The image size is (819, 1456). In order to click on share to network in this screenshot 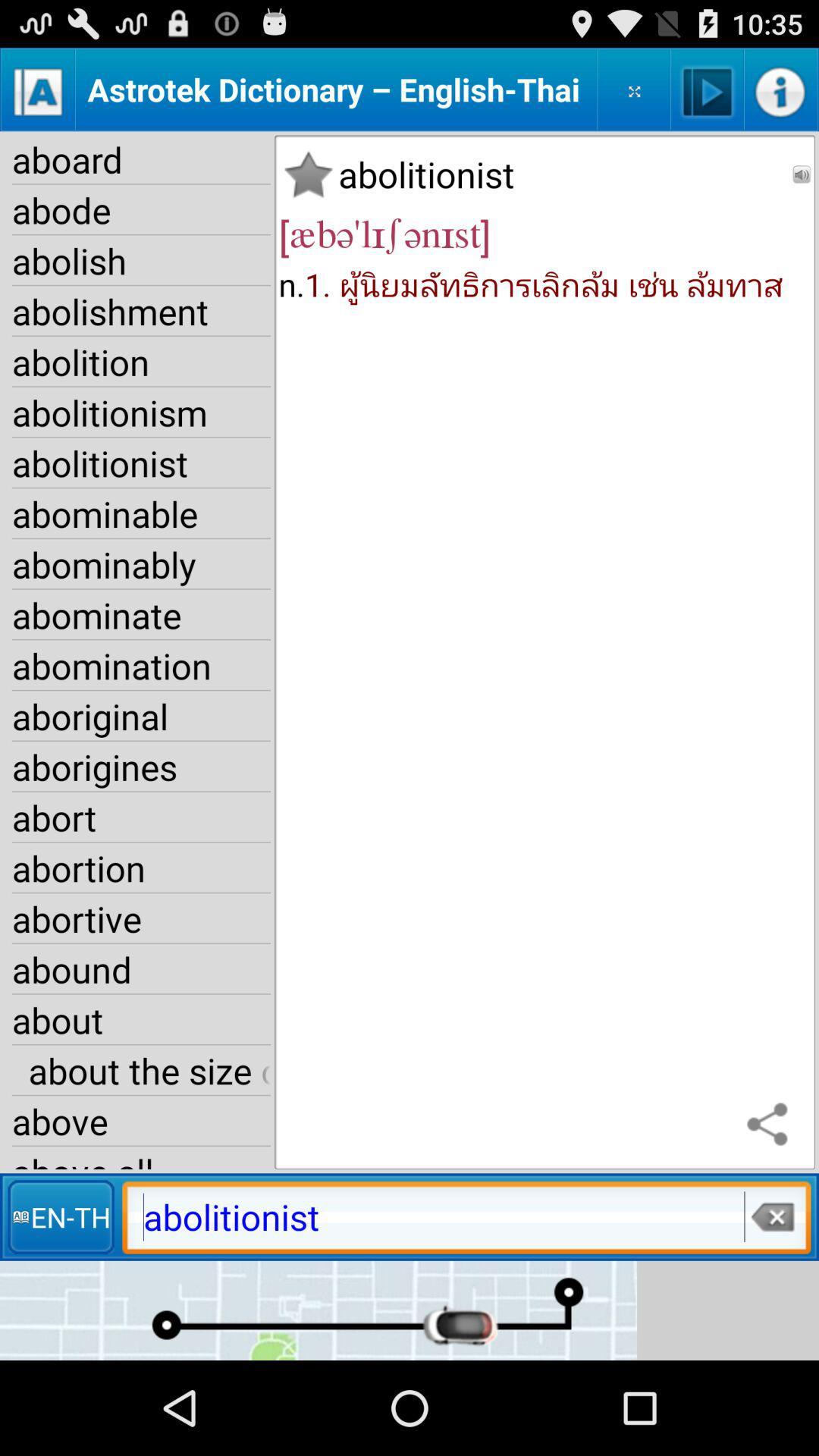, I will do `click(771, 1125)`.